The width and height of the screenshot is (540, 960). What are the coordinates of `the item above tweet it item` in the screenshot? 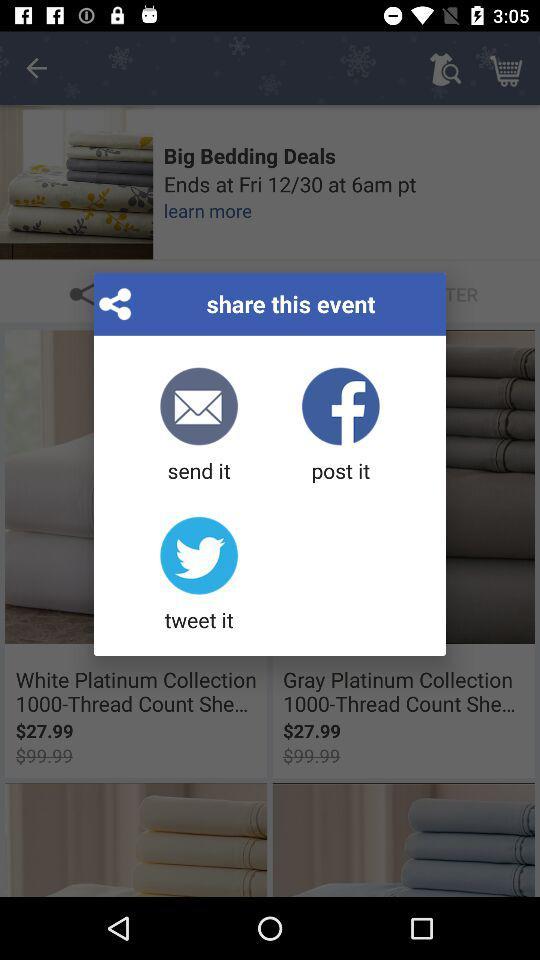 It's located at (199, 426).